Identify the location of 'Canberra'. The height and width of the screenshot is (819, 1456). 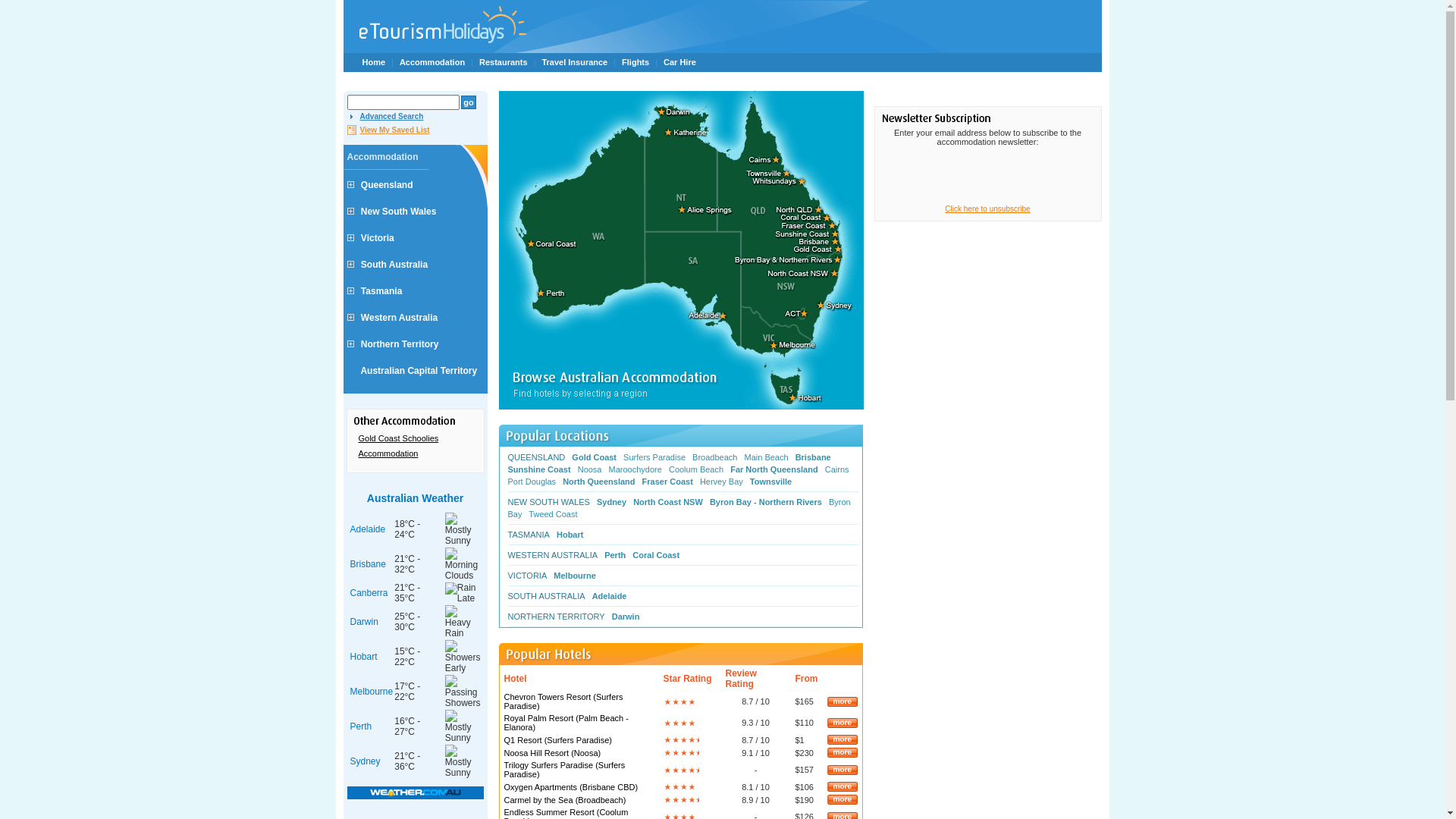
(369, 592).